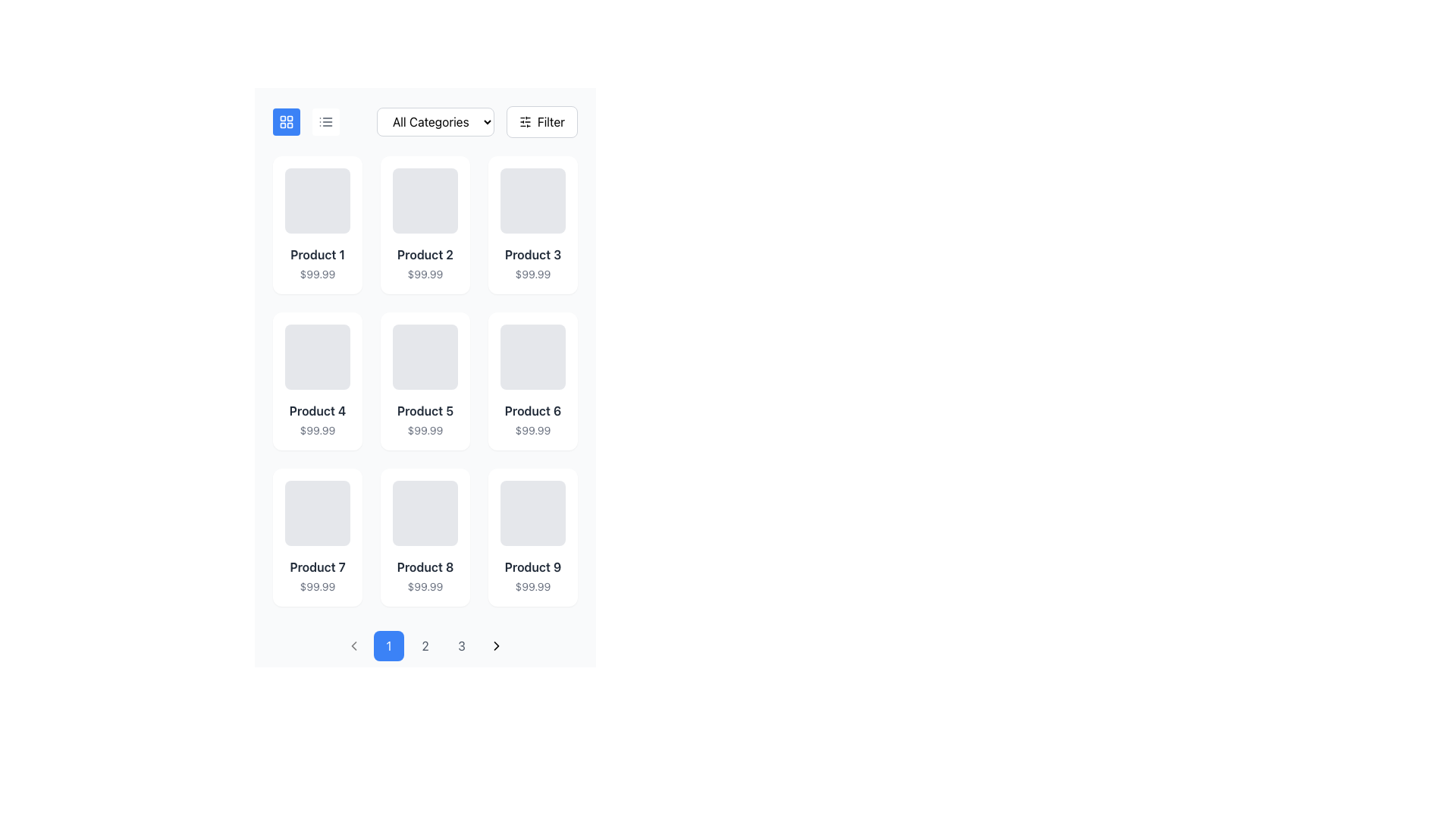 Image resolution: width=1456 pixels, height=819 pixels. I want to click on the text block displaying product details located in the third row, middle column of the product grid, so click(425, 576).